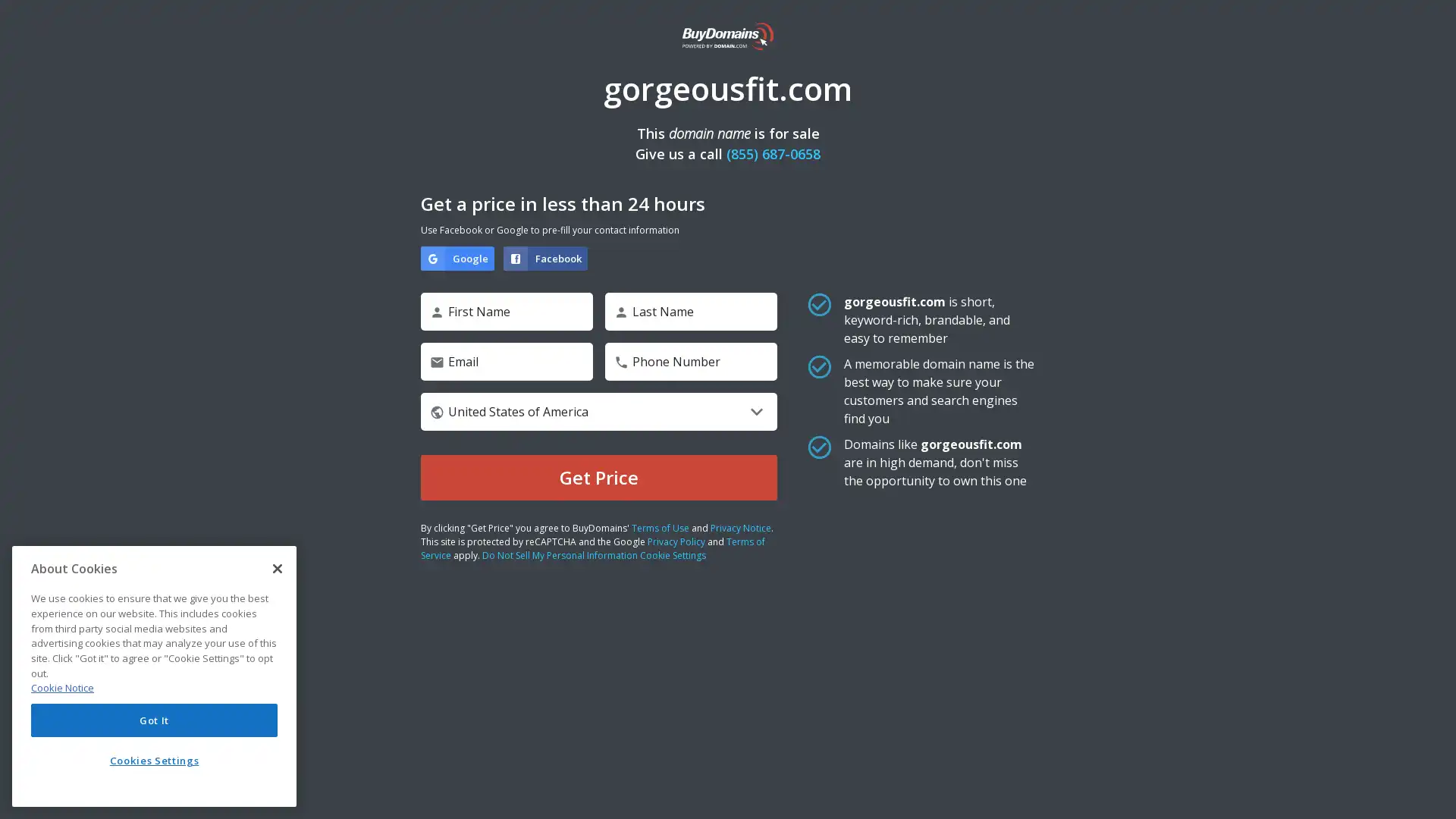 The image size is (1456, 819). I want to click on Explore your accessibility options, so click(1430, 792).